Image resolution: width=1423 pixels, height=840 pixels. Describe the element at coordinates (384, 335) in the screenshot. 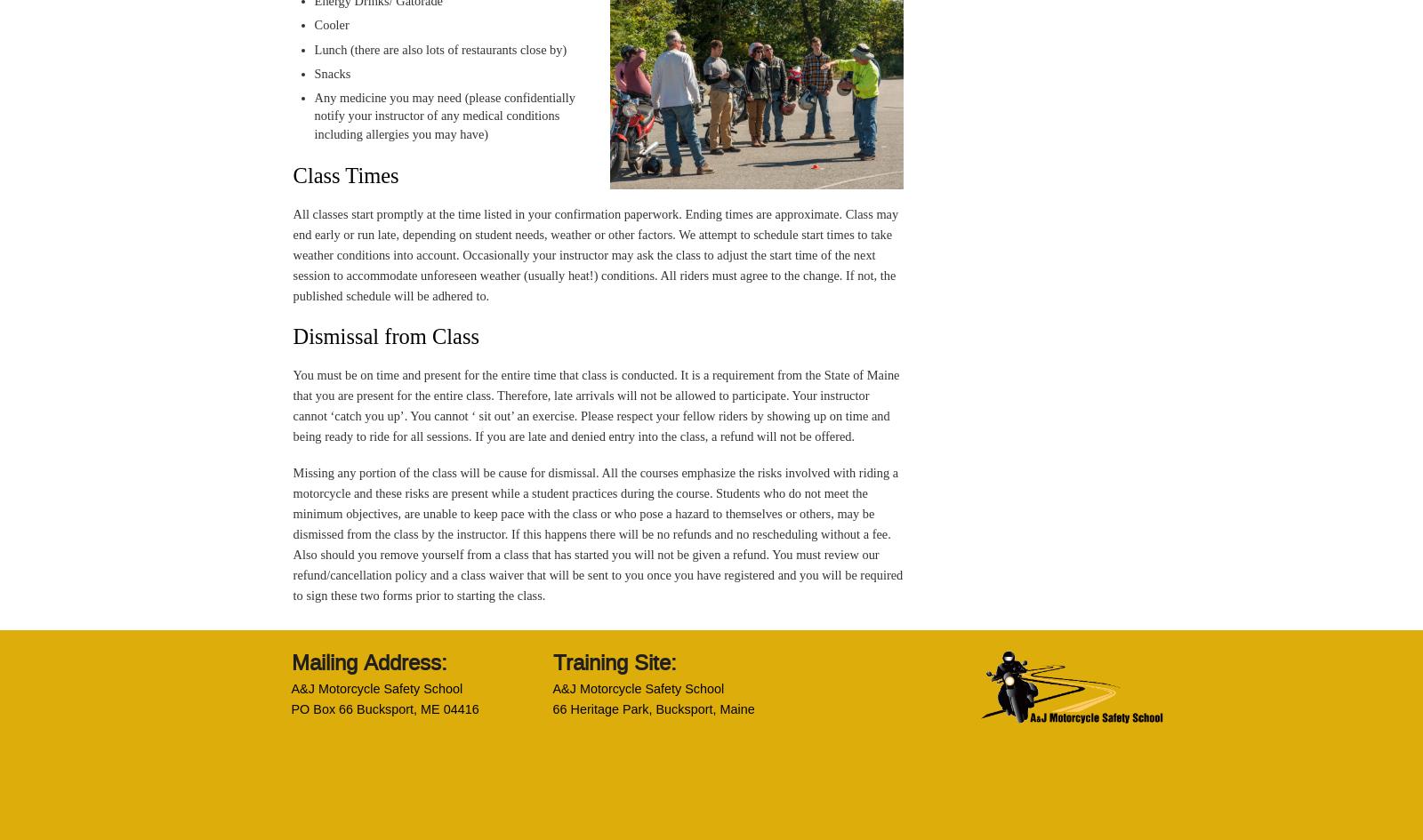

I see `'Dismissal from Class'` at that location.